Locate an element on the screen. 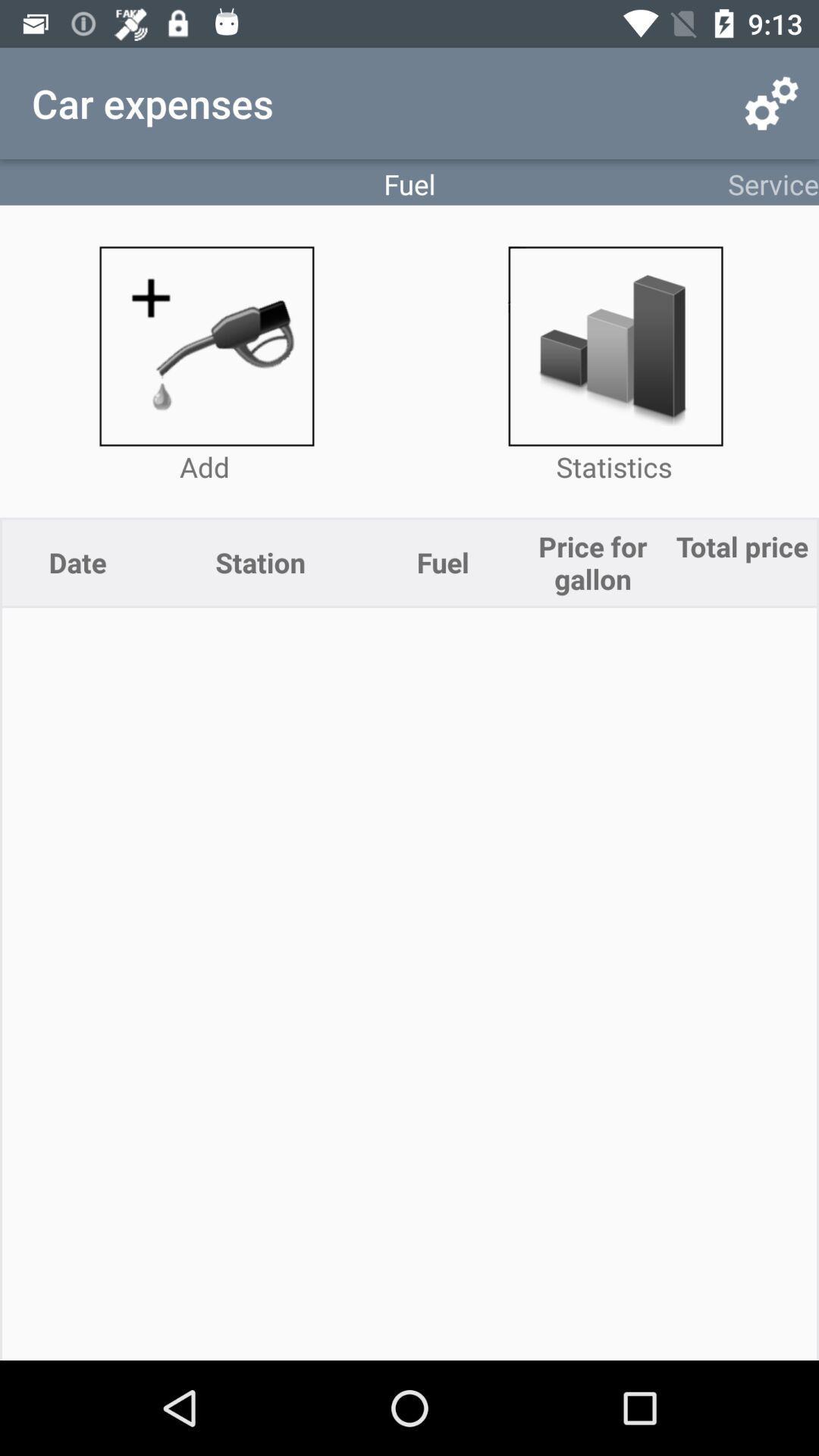 This screenshot has height=1456, width=819. app above service item is located at coordinates (771, 102).